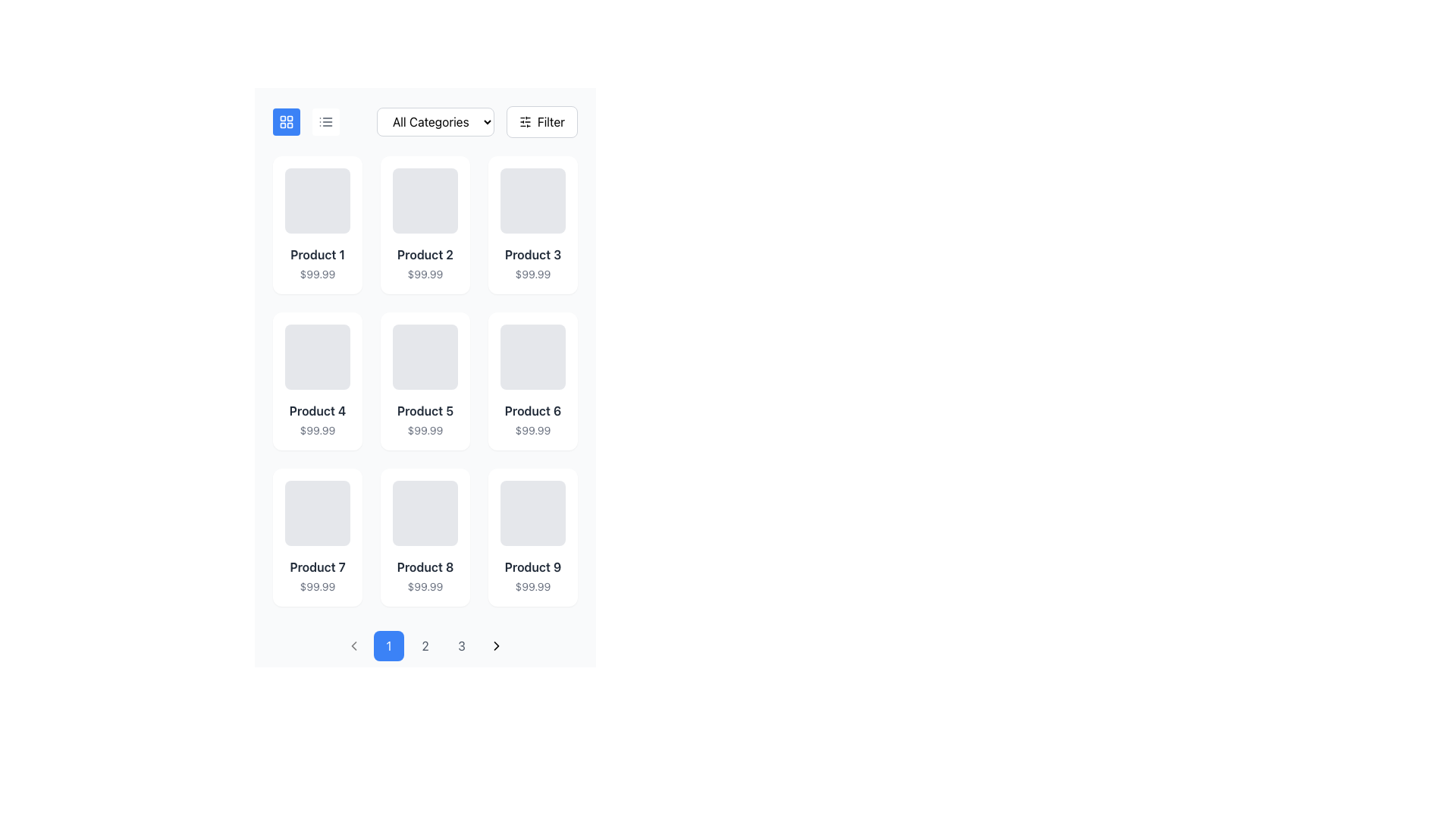 This screenshot has width=1456, height=819. I want to click on the 'previous' button, which is a left-pointing chevron icon embedded in a circular button located at the bottom left of the pagination controls, so click(353, 646).